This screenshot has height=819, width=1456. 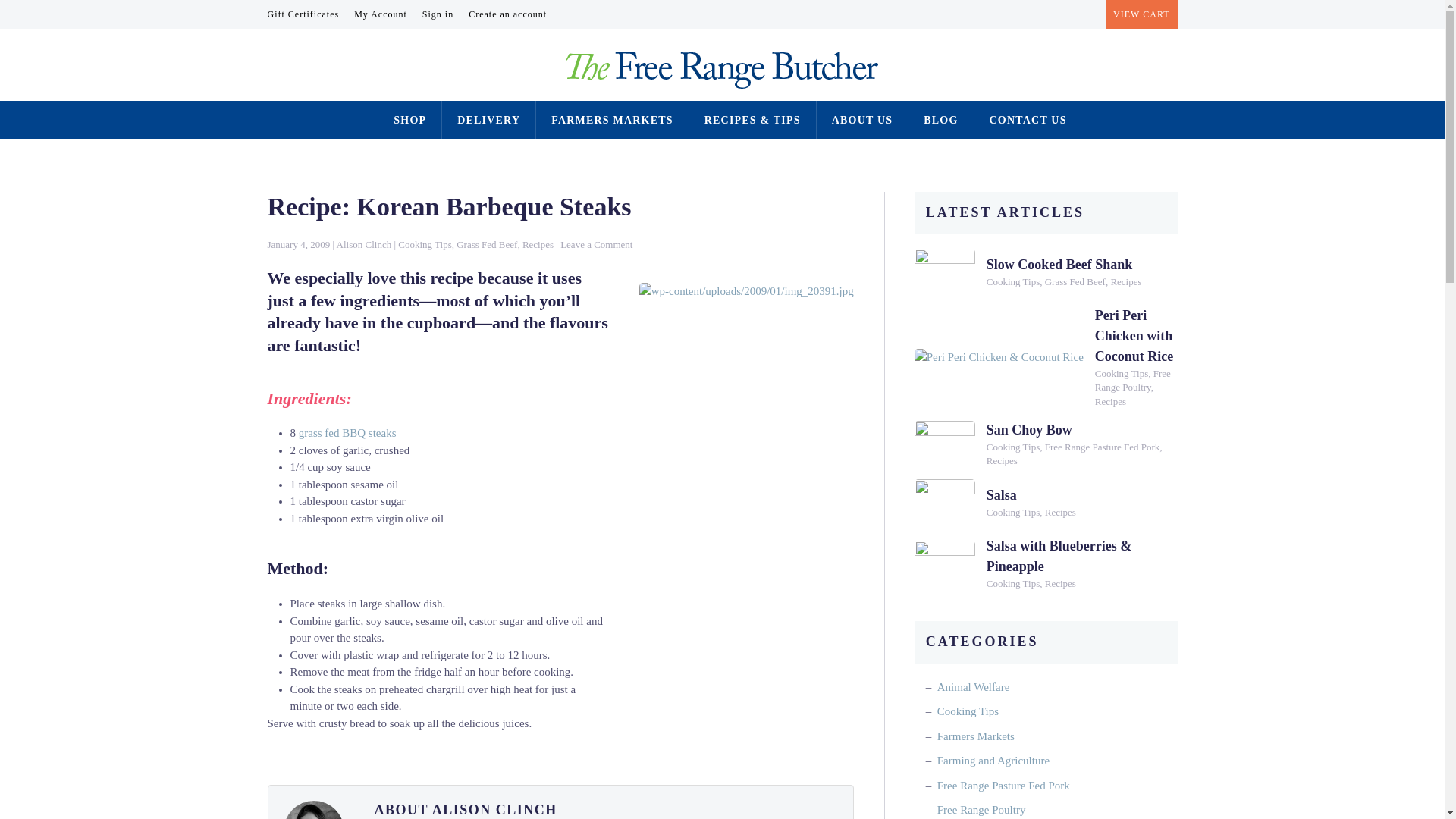 What do you see at coordinates (347, 432) in the screenshot?
I see `'grass fed BBQ steaks'` at bounding box center [347, 432].